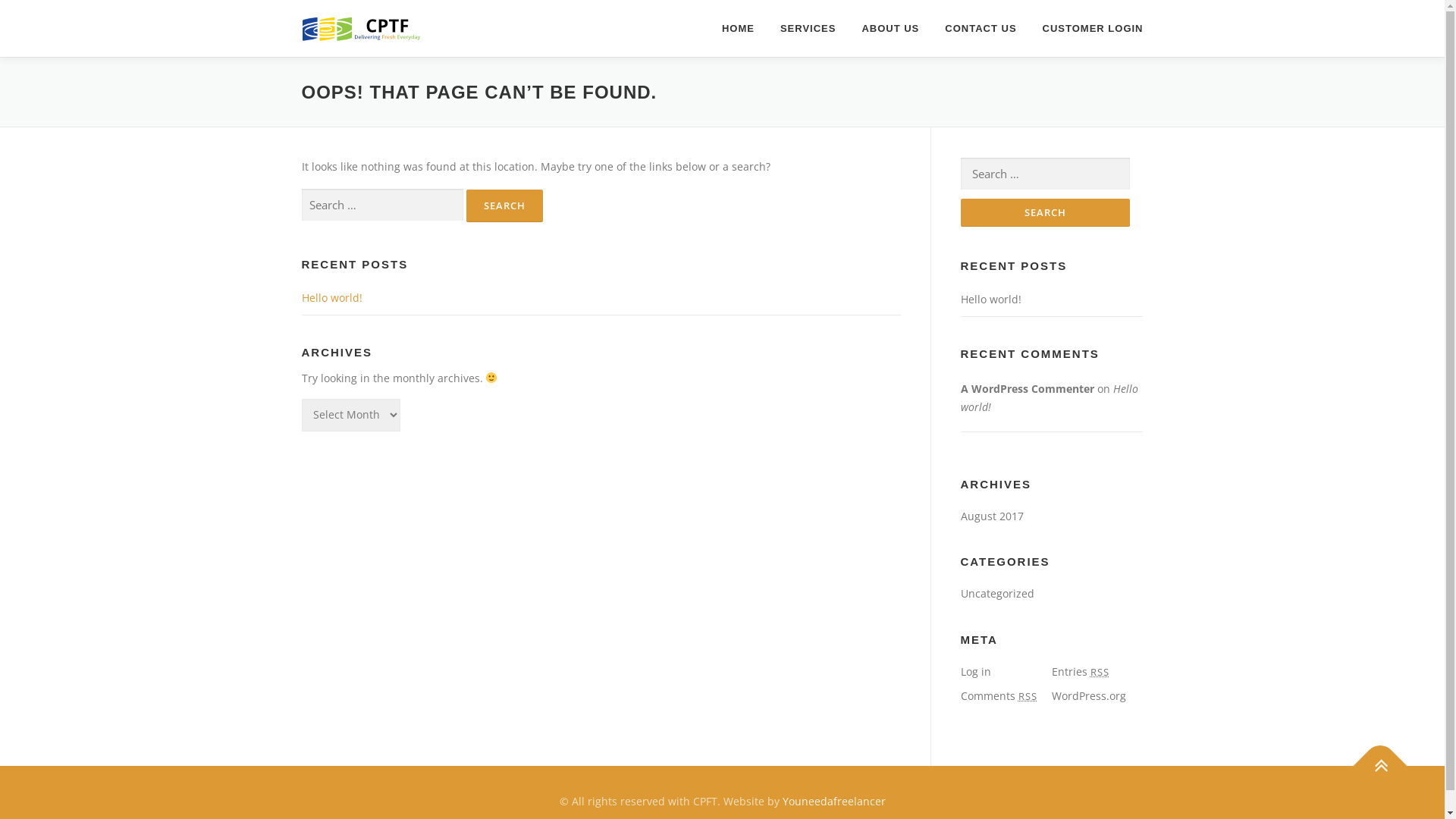 The image size is (1456, 819). What do you see at coordinates (1087, 695) in the screenshot?
I see `'WordPress.org'` at bounding box center [1087, 695].